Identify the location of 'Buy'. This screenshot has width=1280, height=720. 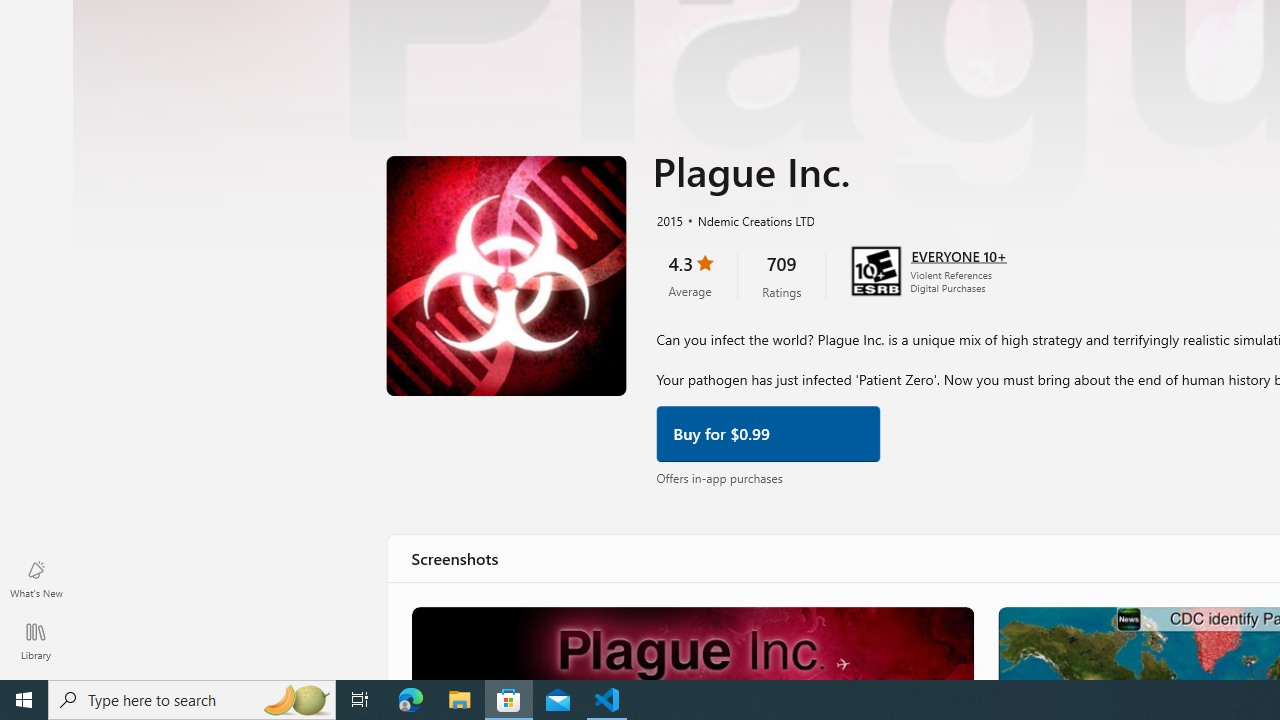
(767, 431).